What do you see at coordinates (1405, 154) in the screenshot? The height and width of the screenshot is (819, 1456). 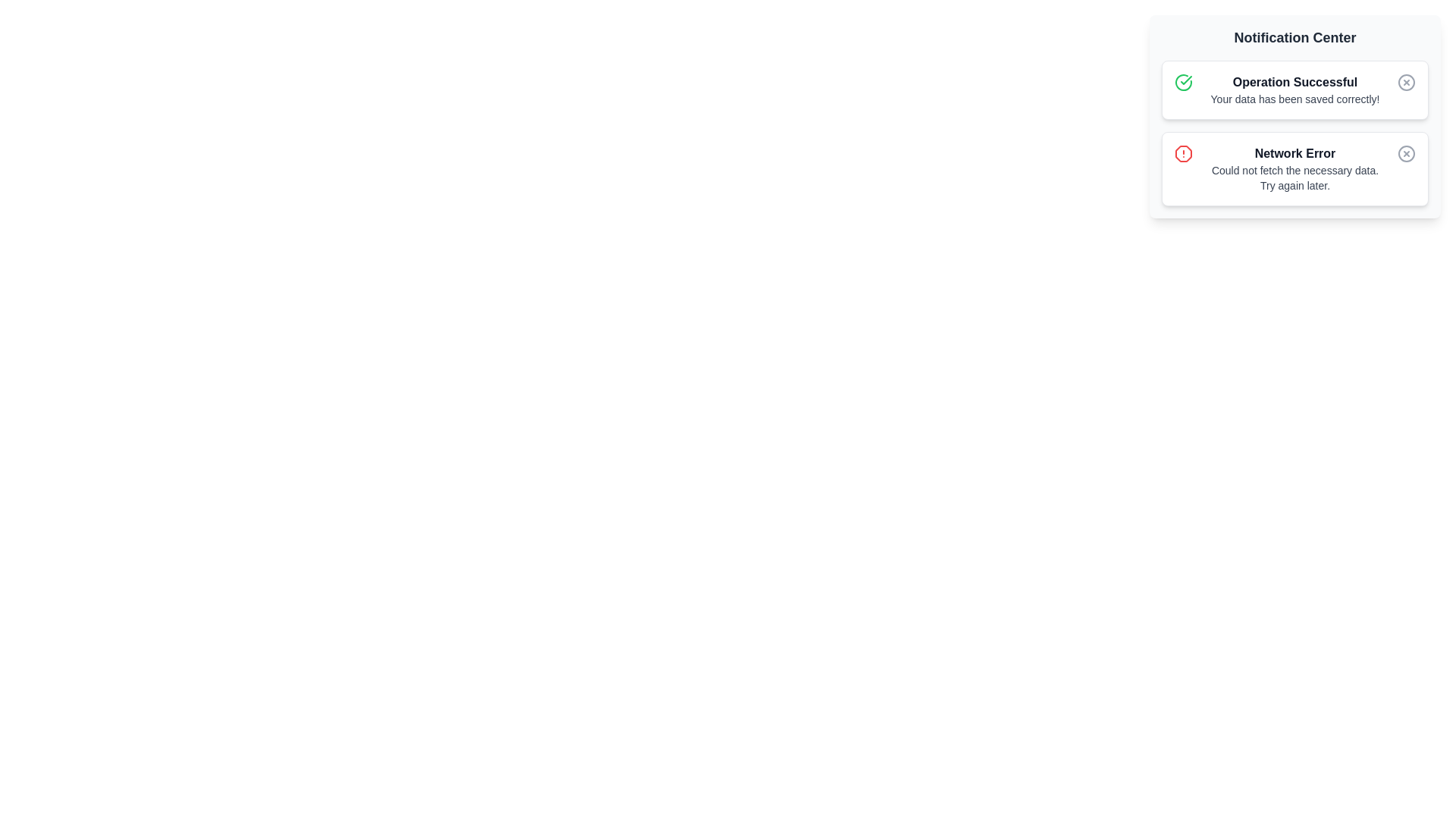 I see `the circular part of the 'close' button in the 'Network Error' notification panel` at bounding box center [1405, 154].